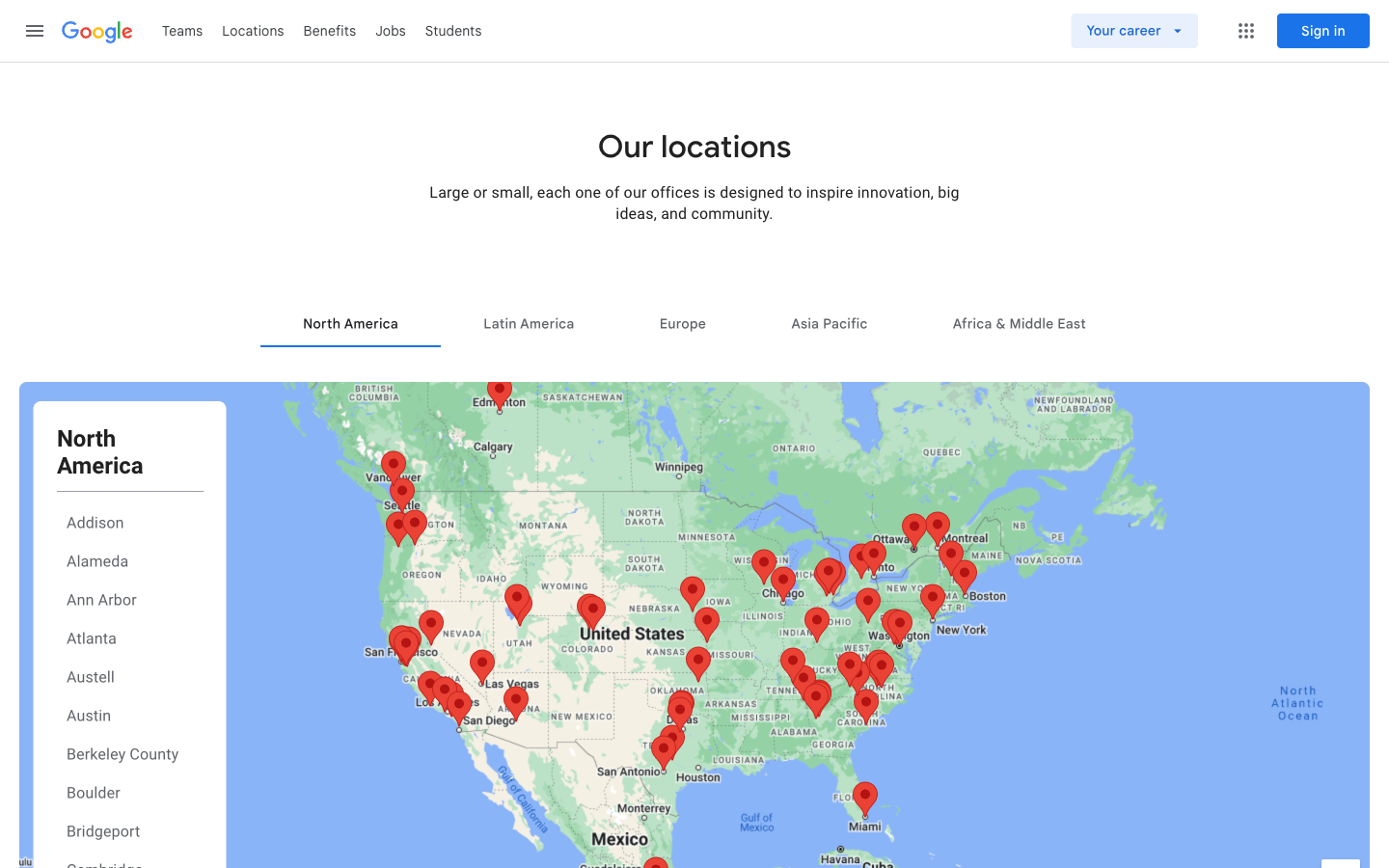 Image resolution: width=1389 pixels, height=868 pixels. What do you see at coordinates (529, 322) in the screenshot?
I see `Monitor the Latin America Region for job openings` at bounding box center [529, 322].